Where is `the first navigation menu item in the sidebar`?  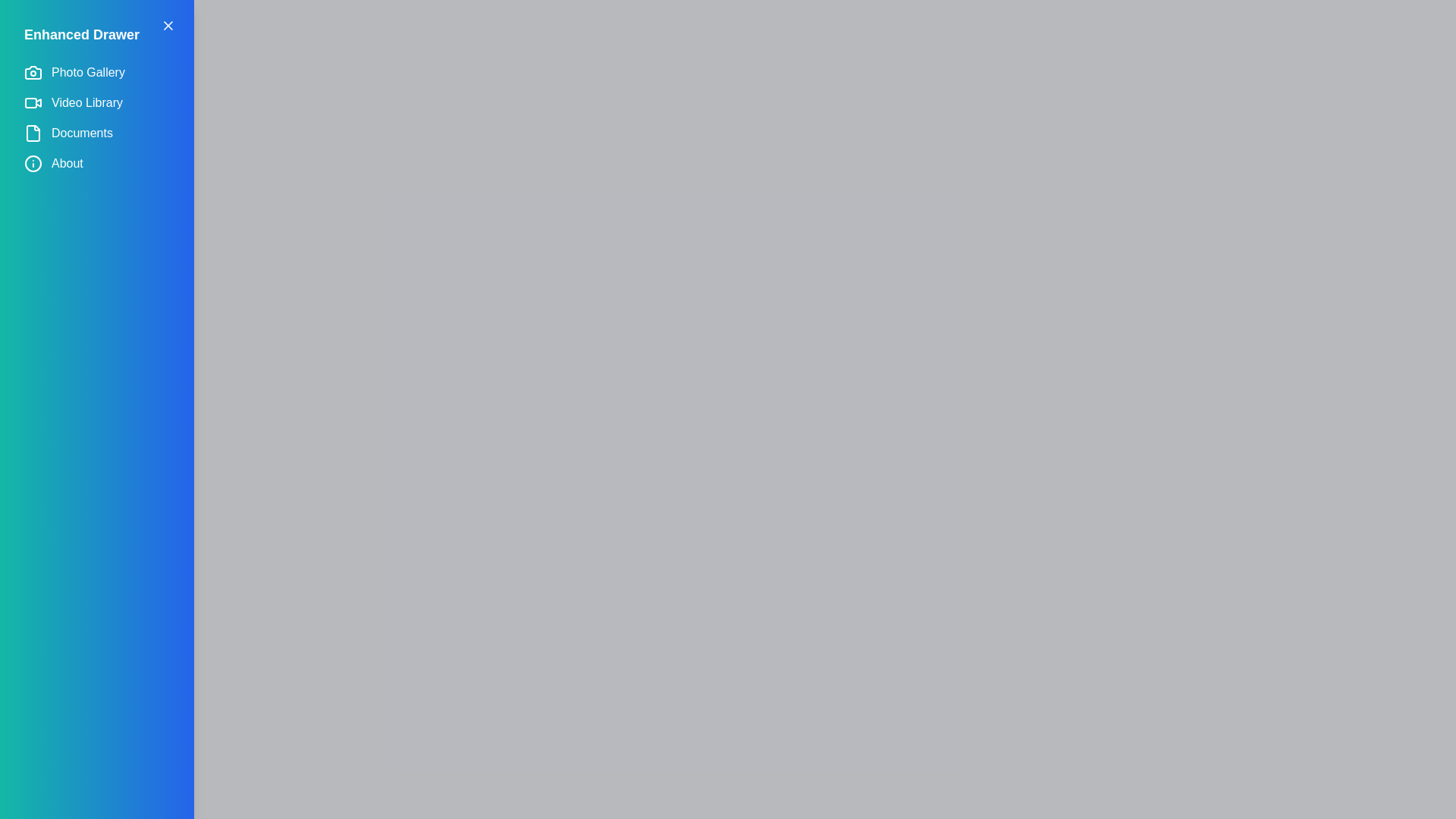
the first navigation menu item in the sidebar is located at coordinates (96, 73).